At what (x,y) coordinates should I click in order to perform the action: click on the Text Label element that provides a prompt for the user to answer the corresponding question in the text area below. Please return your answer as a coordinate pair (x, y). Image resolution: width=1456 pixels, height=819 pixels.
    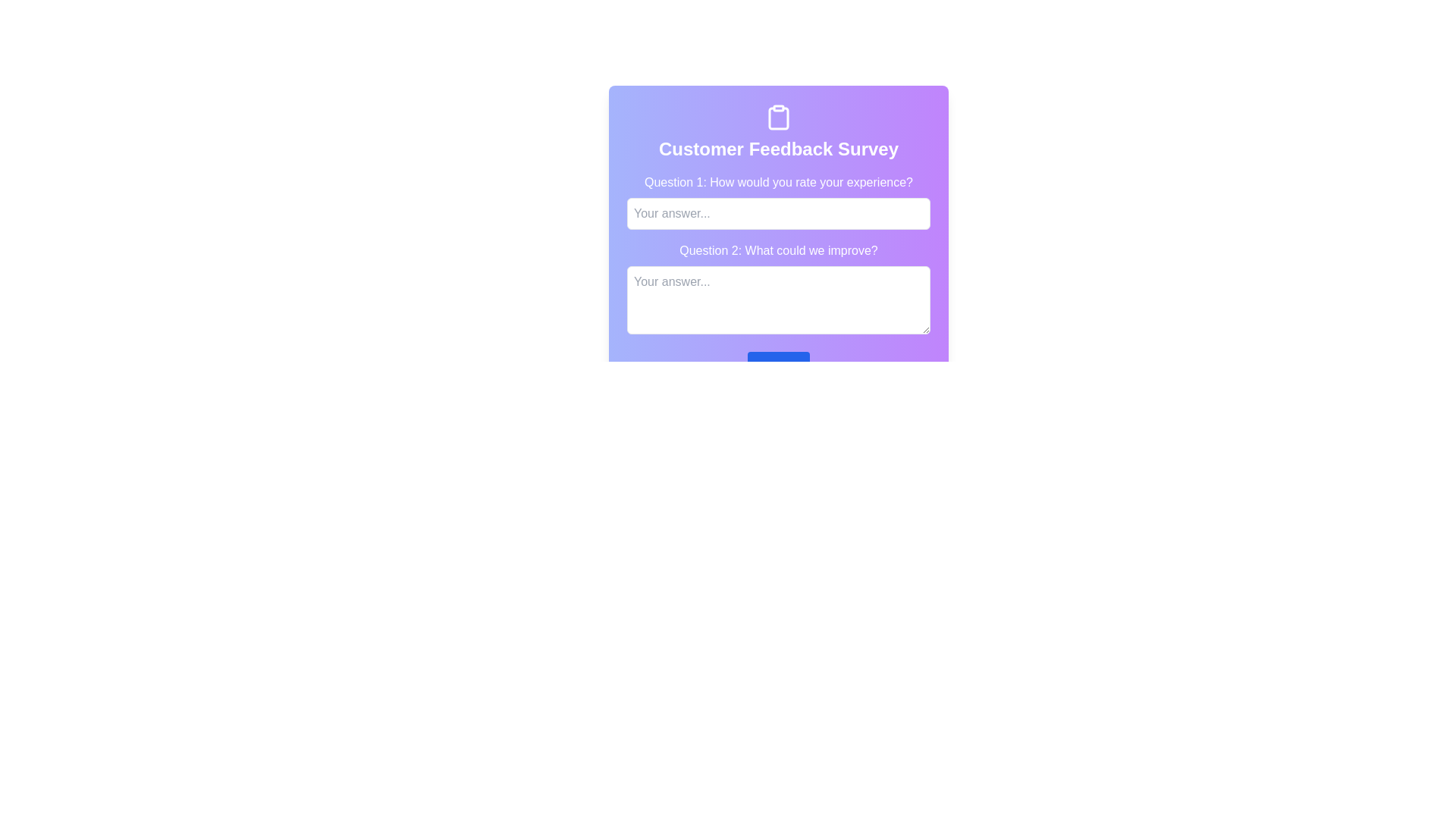
    Looking at the image, I should click on (779, 250).